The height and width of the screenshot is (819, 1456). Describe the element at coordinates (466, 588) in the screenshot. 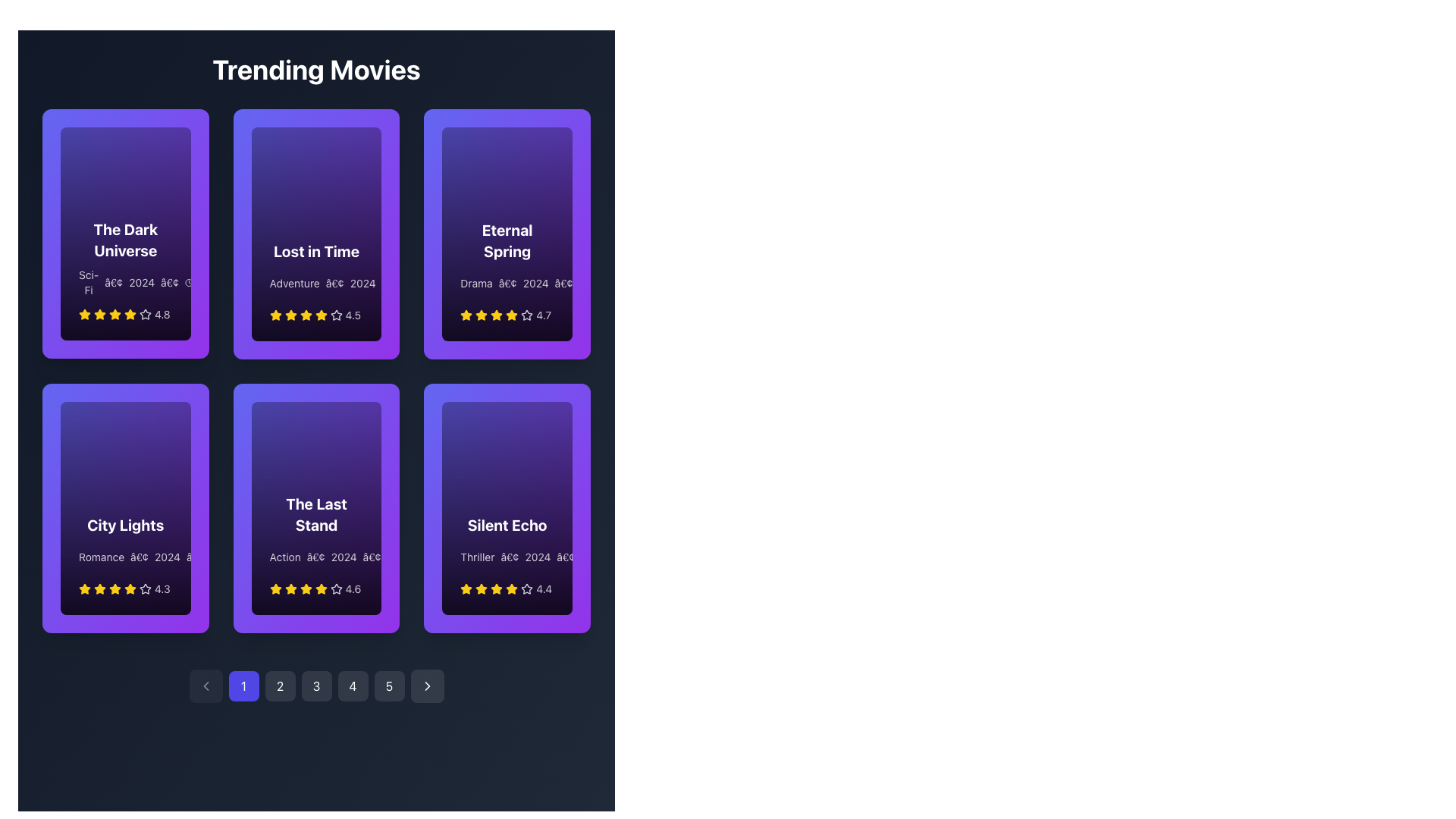

I see `the first star icon in the rating system for the movie 'Silent Echo' to interact and provide a rating` at that location.